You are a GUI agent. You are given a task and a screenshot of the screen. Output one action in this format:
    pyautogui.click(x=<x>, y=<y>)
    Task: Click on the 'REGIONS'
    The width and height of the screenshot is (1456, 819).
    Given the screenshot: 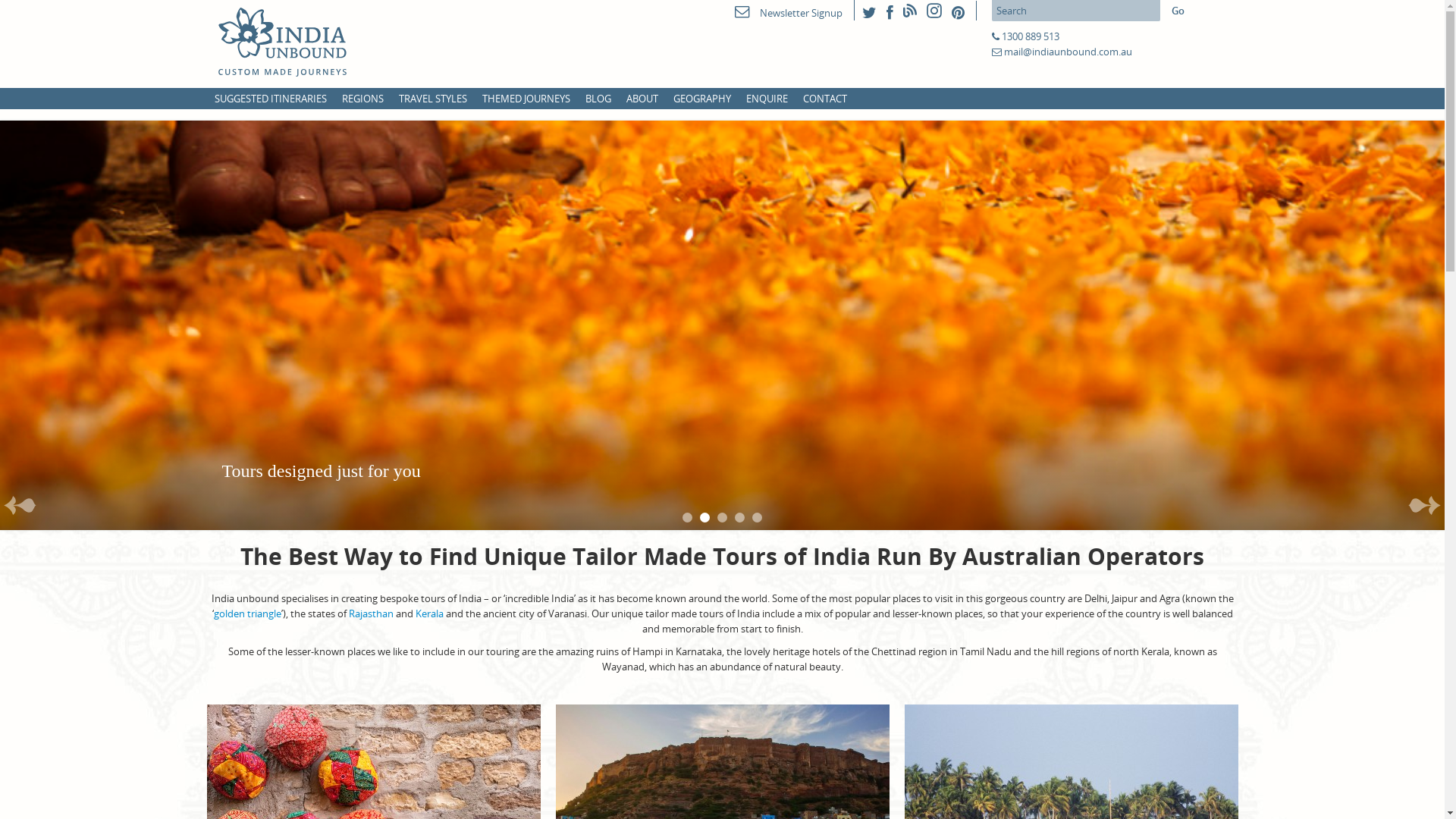 What is the action you would take?
    pyautogui.click(x=361, y=99)
    